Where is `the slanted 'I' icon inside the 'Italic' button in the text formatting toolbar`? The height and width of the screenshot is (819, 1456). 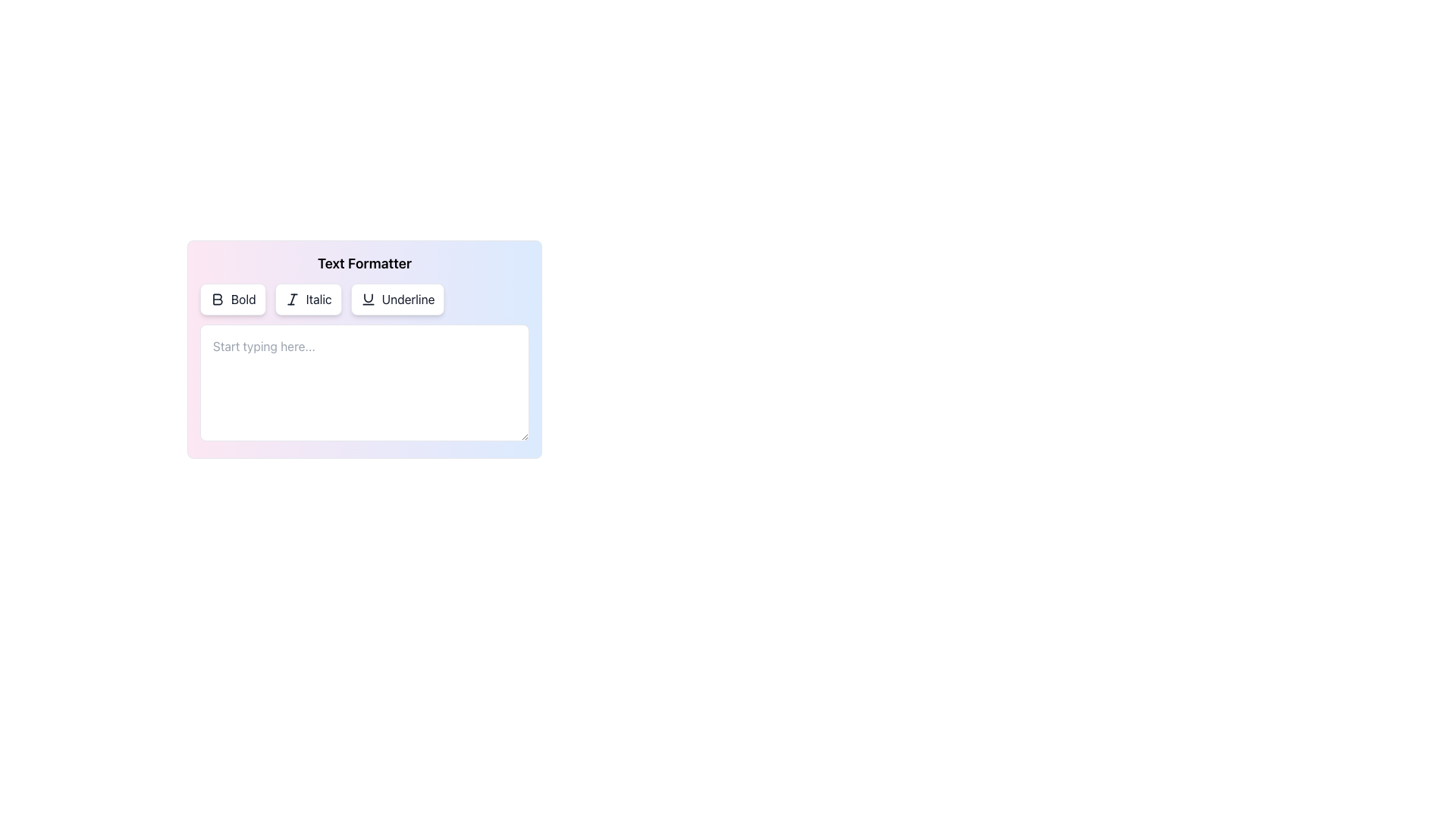
the slanted 'I' icon inside the 'Italic' button in the text formatting toolbar is located at coordinates (292, 299).